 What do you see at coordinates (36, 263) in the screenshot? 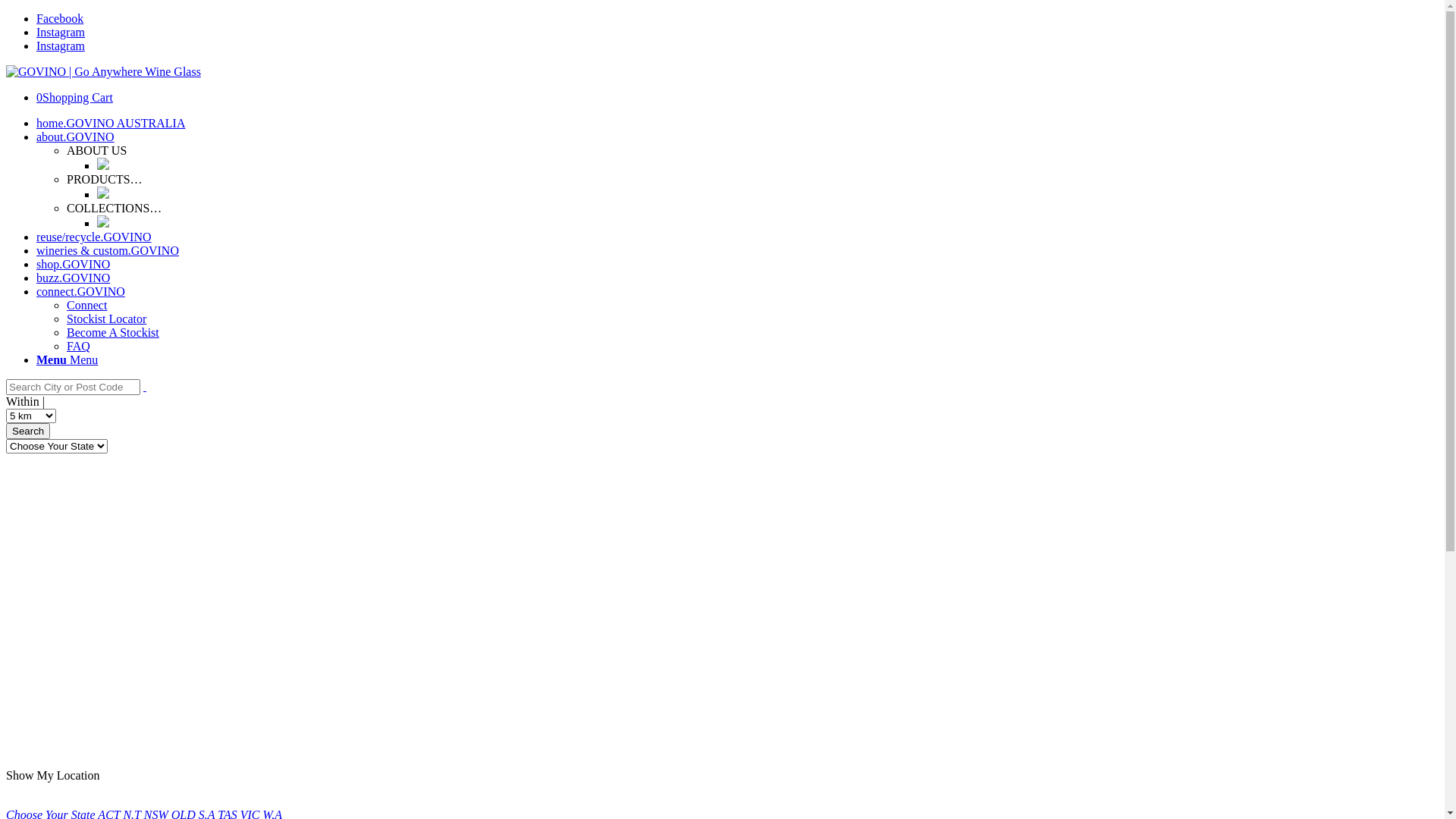
I see `'shop.GOVINO'` at bounding box center [36, 263].